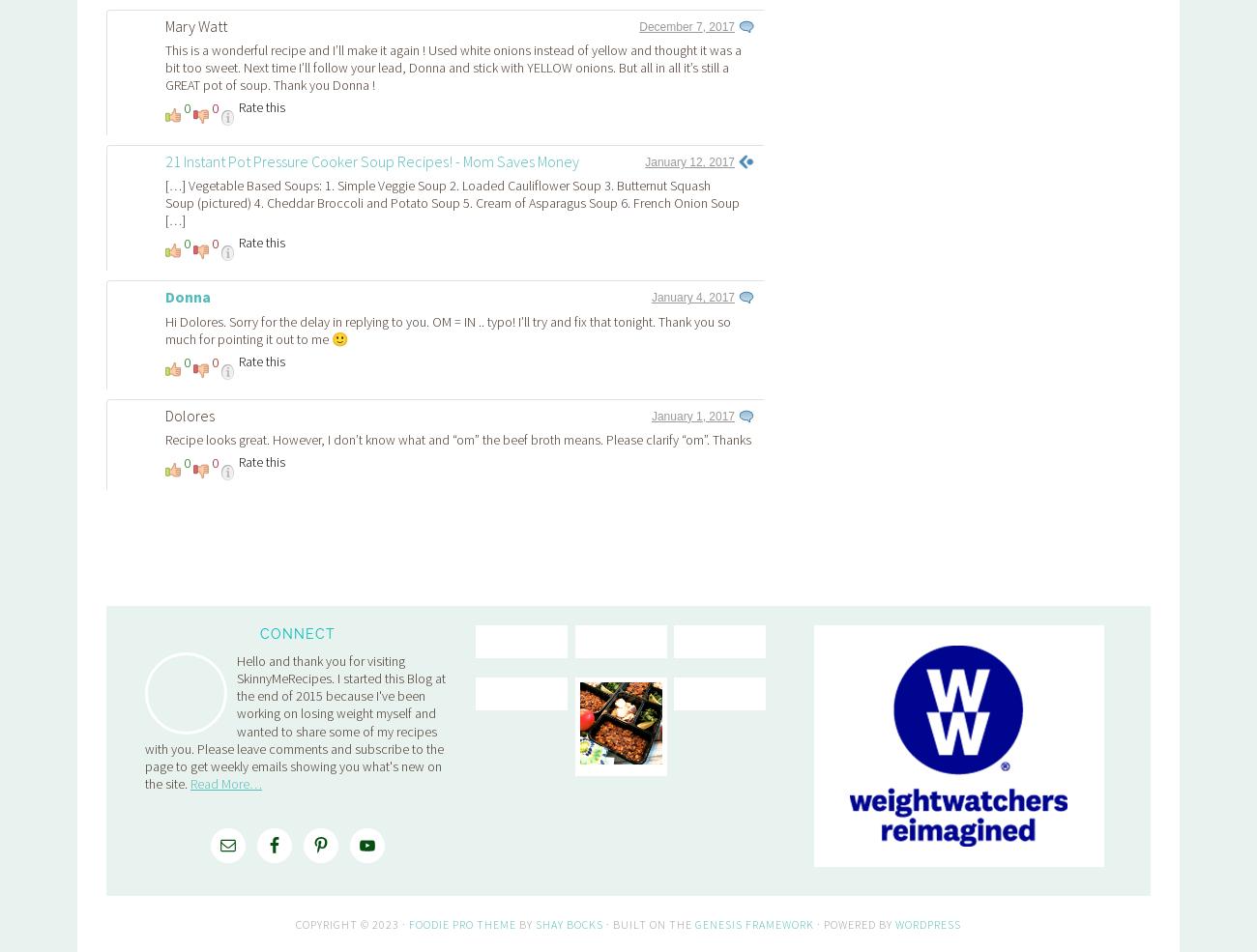 The width and height of the screenshot is (1257, 952). I want to click on '· Built on the', so click(648, 652).